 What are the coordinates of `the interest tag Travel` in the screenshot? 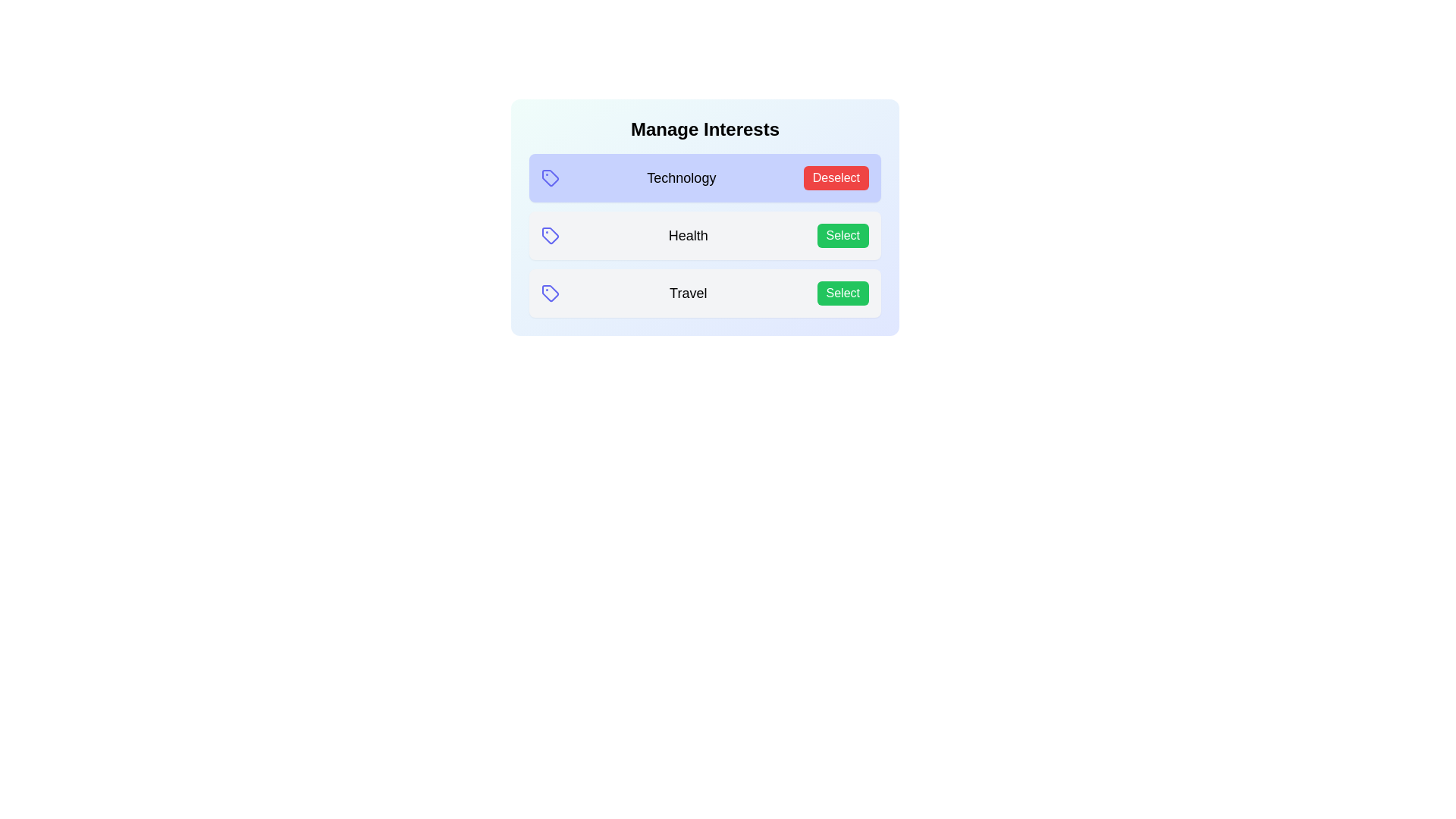 It's located at (842, 293).